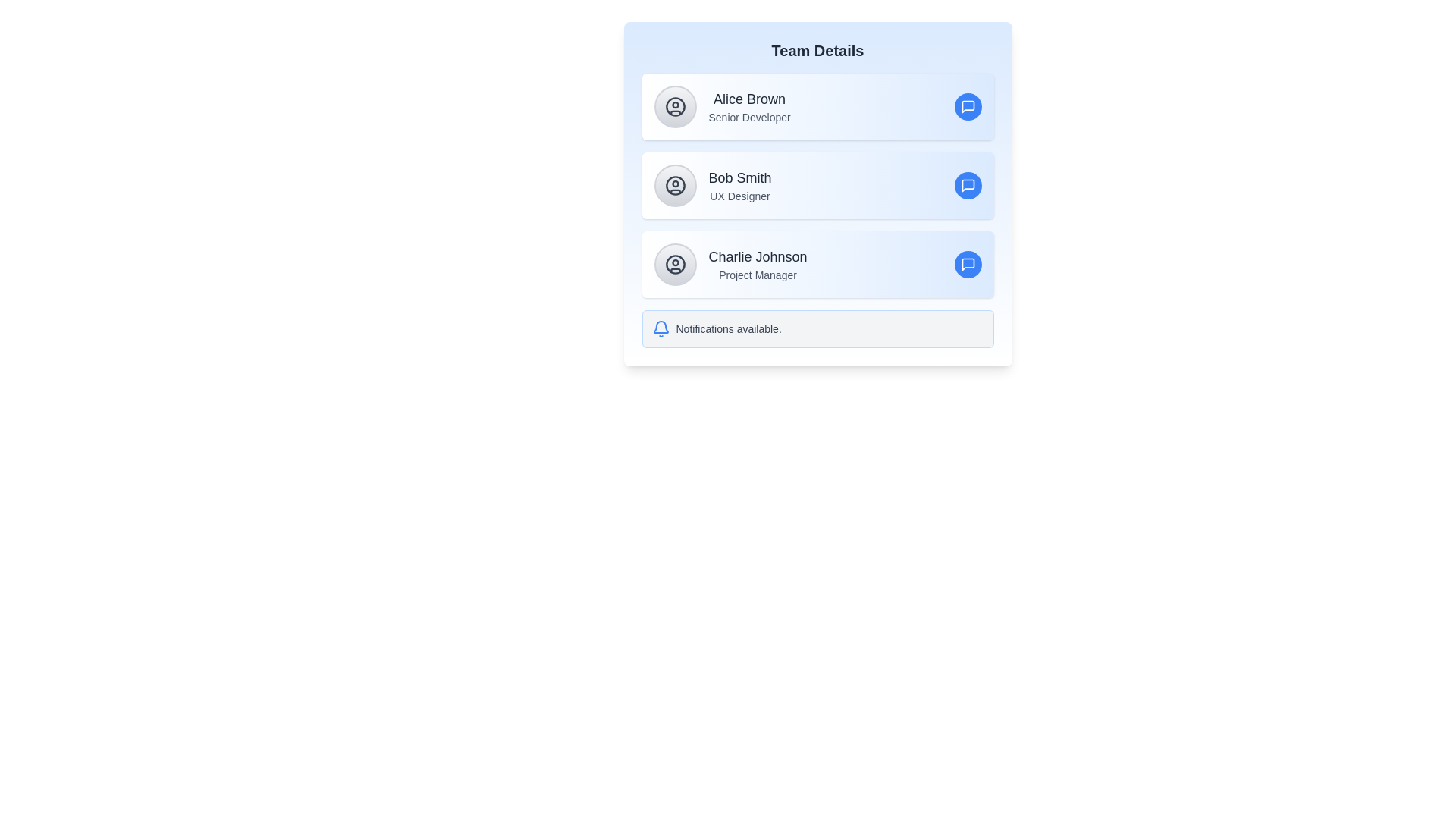 This screenshot has width=1456, height=819. I want to click on the chat icon located to the right of 'Bob Smith, UX Designer' in the 'Team Details' section to initiate a chat, so click(967, 185).